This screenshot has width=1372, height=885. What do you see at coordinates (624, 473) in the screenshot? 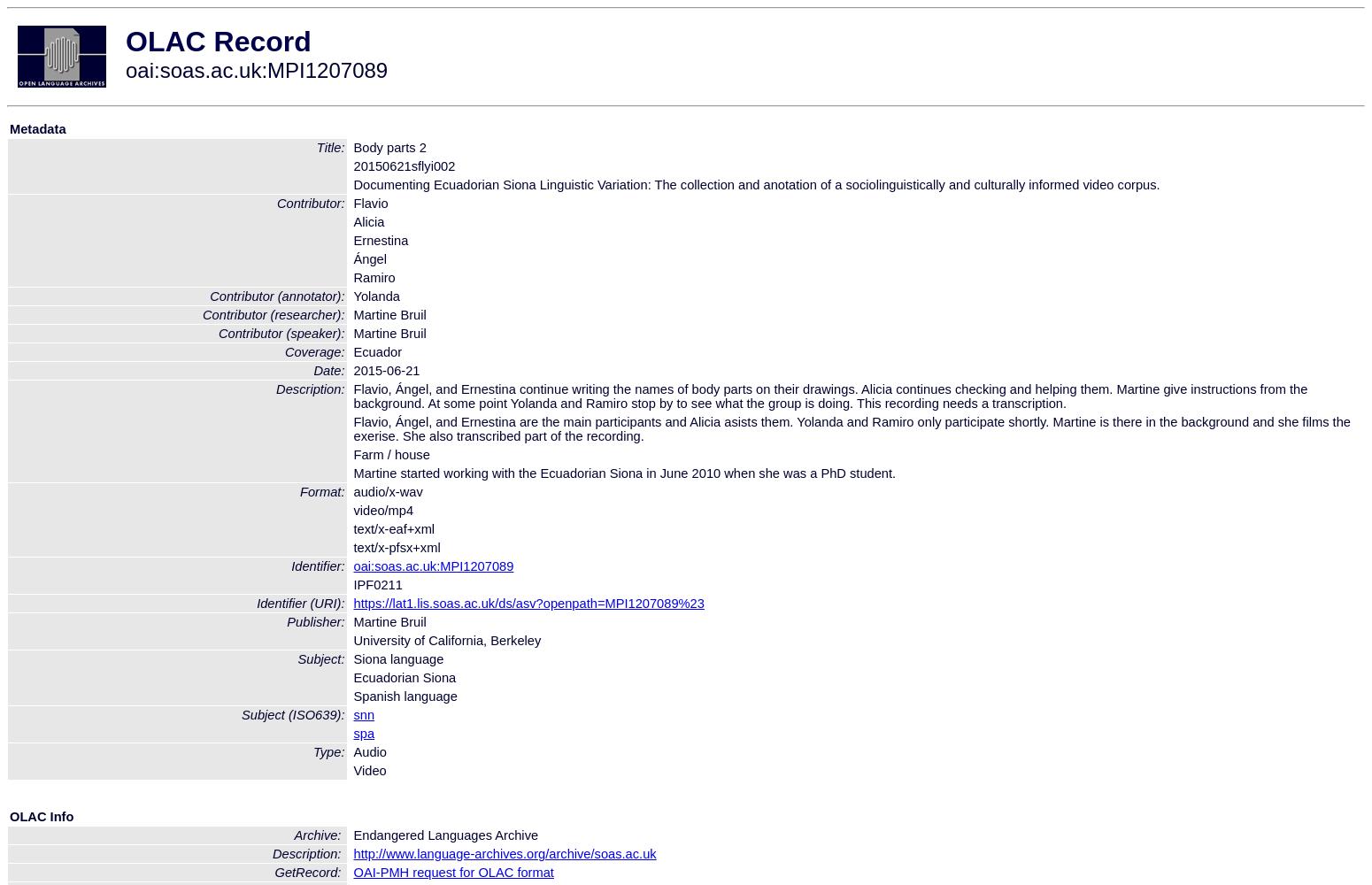
I see `'Martine started working with the Ecuadorian Siona in June 2010 when she was a PhD student.'` at bounding box center [624, 473].